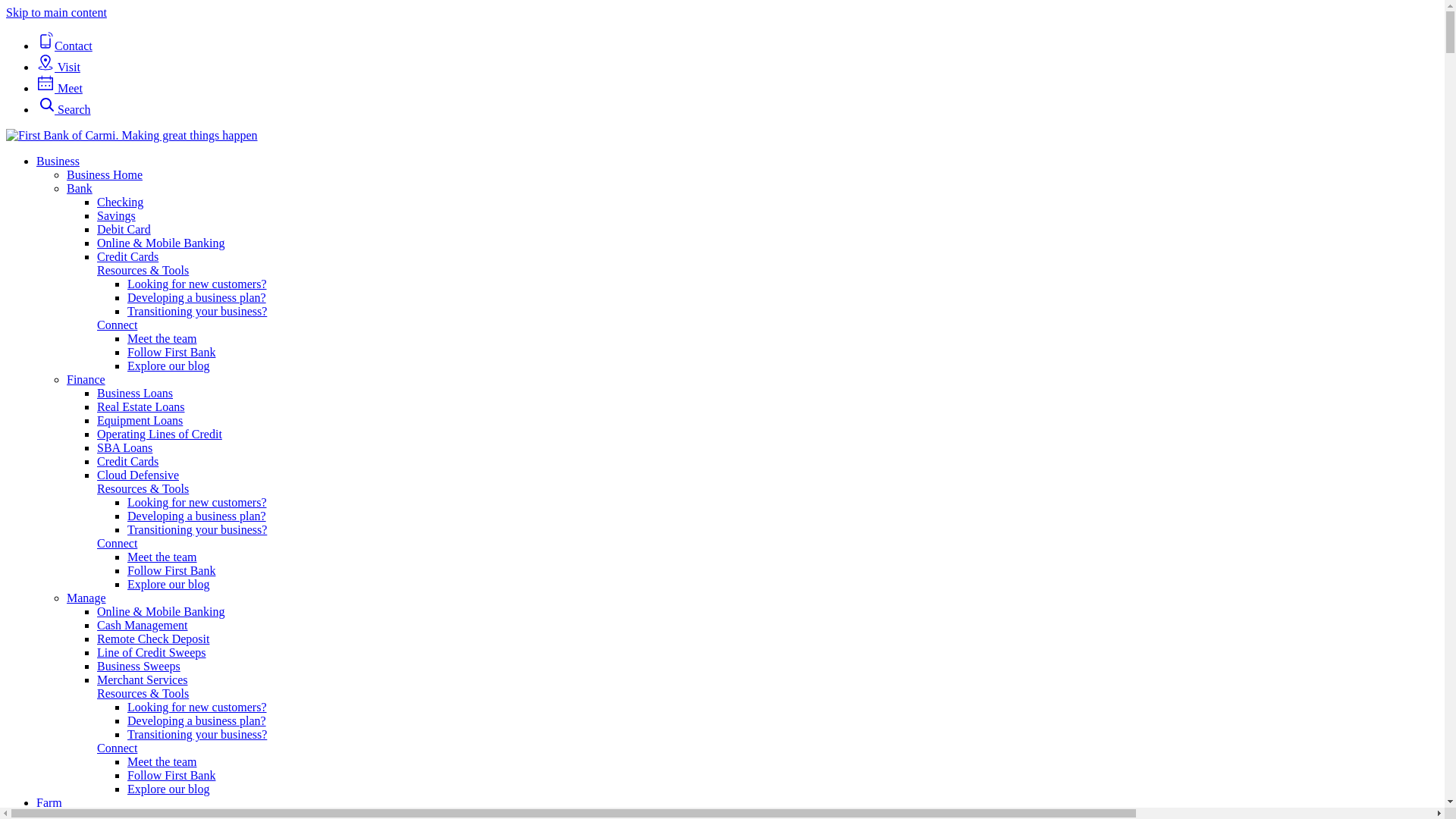 The height and width of the screenshot is (819, 1456). Describe the element at coordinates (138, 474) in the screenshot. I see `'Cloud Defensive'` at that location.